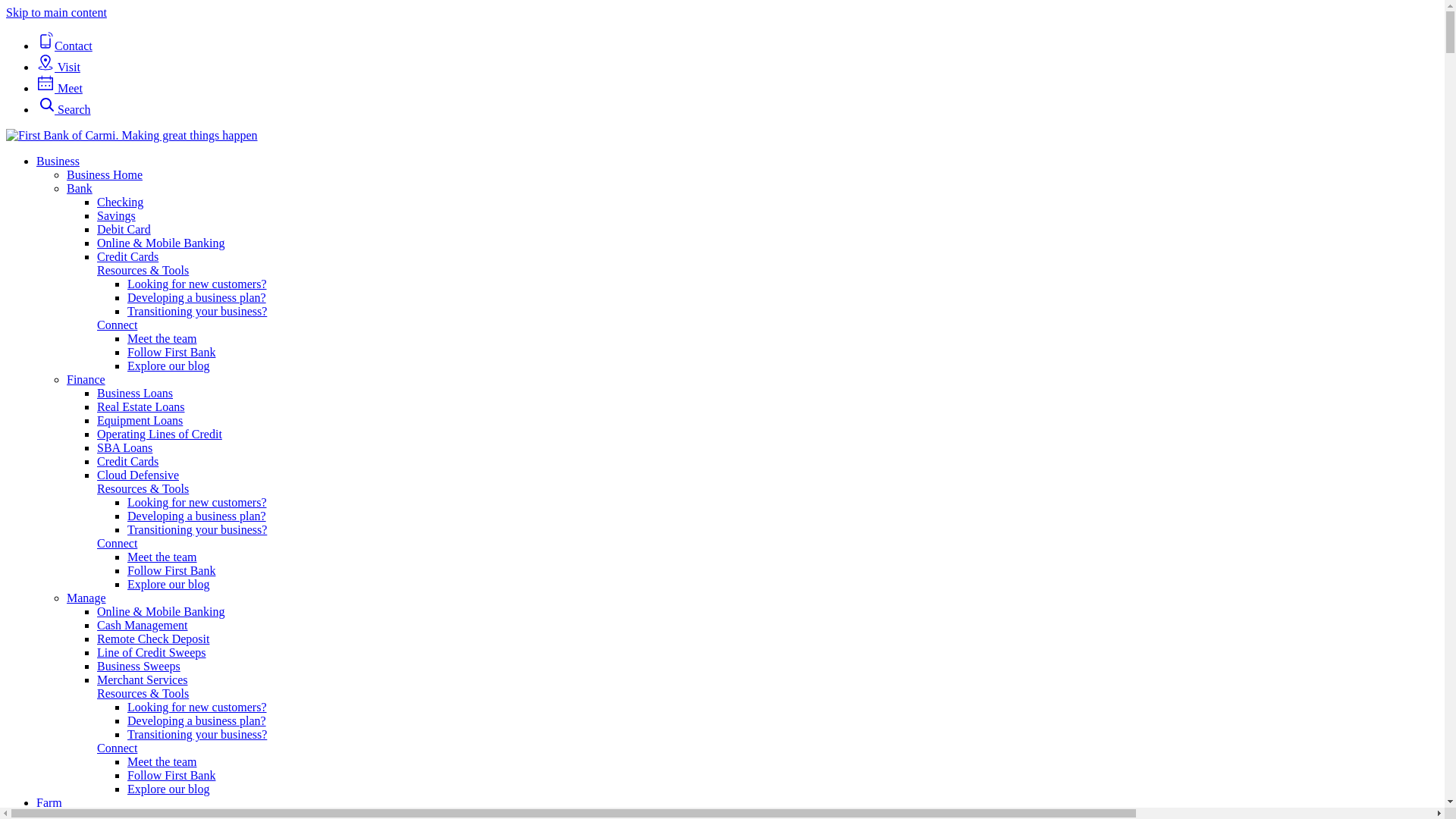 The height and width of the screenshot is (819, 1456). Describe the element at coordinates (138, 474) in the screenshot. I see `'Cloud Defensive'` at that location.